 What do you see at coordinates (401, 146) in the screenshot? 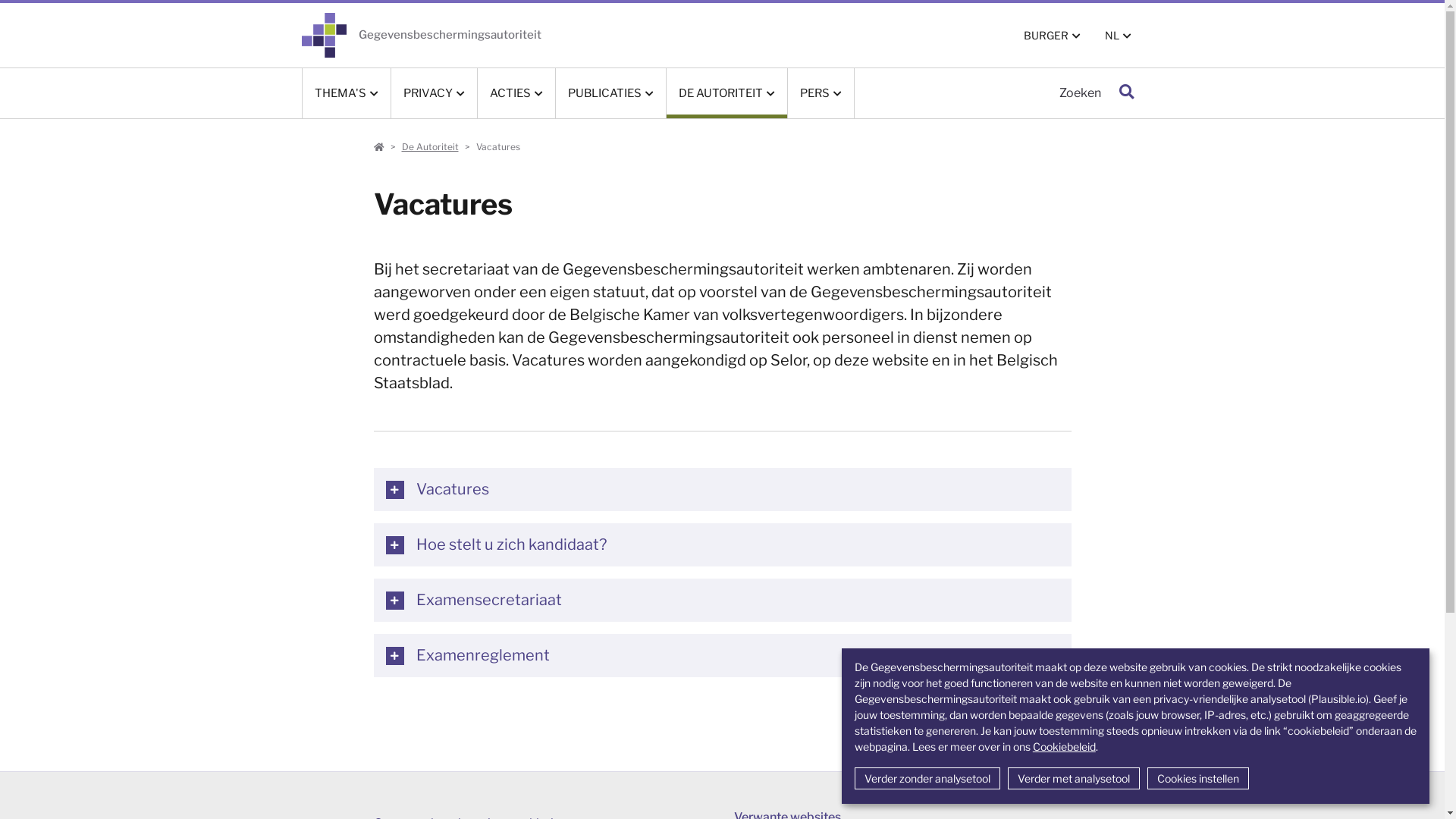
I see `'De Autoriteit'` at bounding box center [401, 146].